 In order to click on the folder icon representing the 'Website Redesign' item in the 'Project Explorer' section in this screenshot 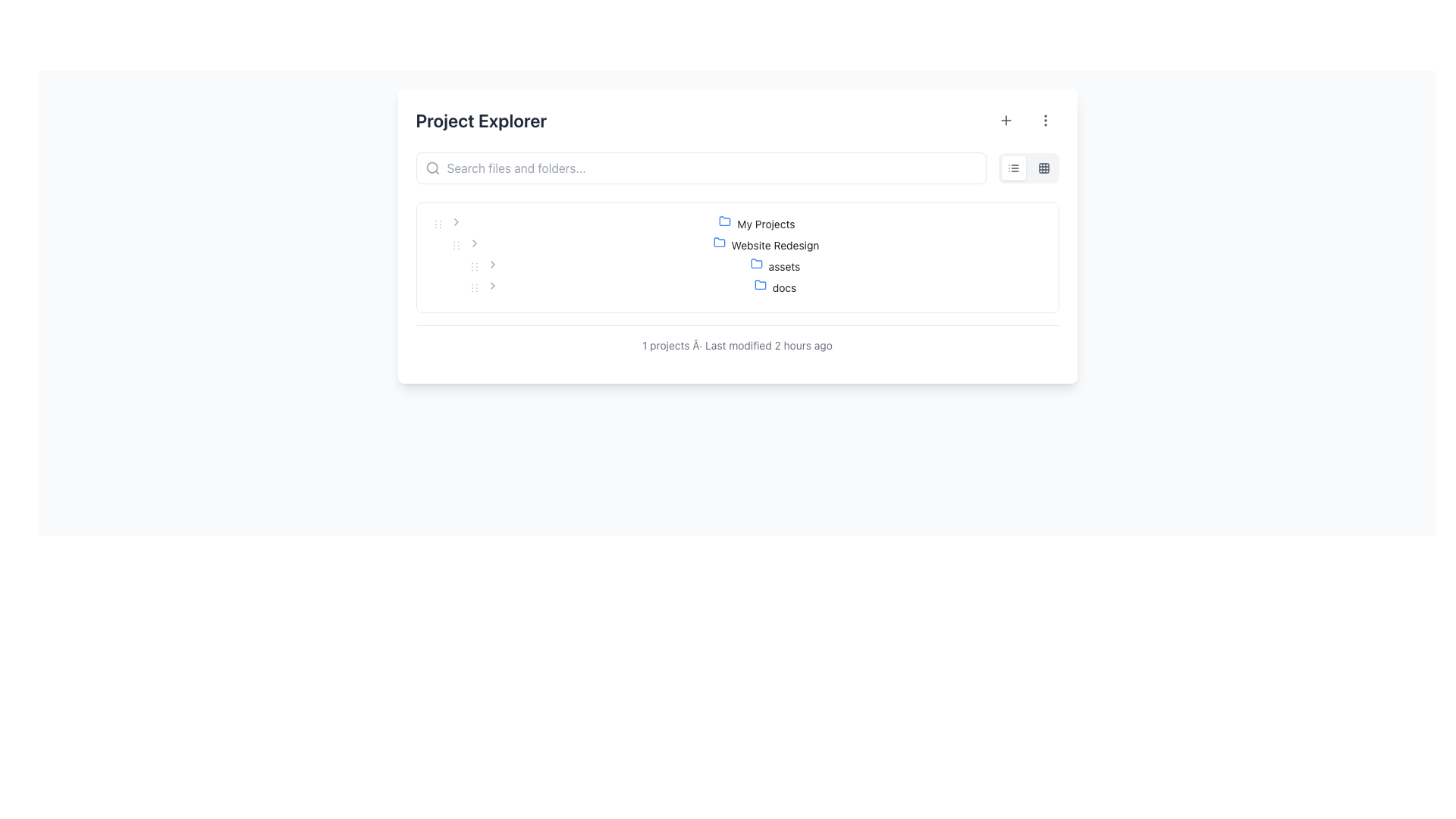, I will do `click(721, 245)`.